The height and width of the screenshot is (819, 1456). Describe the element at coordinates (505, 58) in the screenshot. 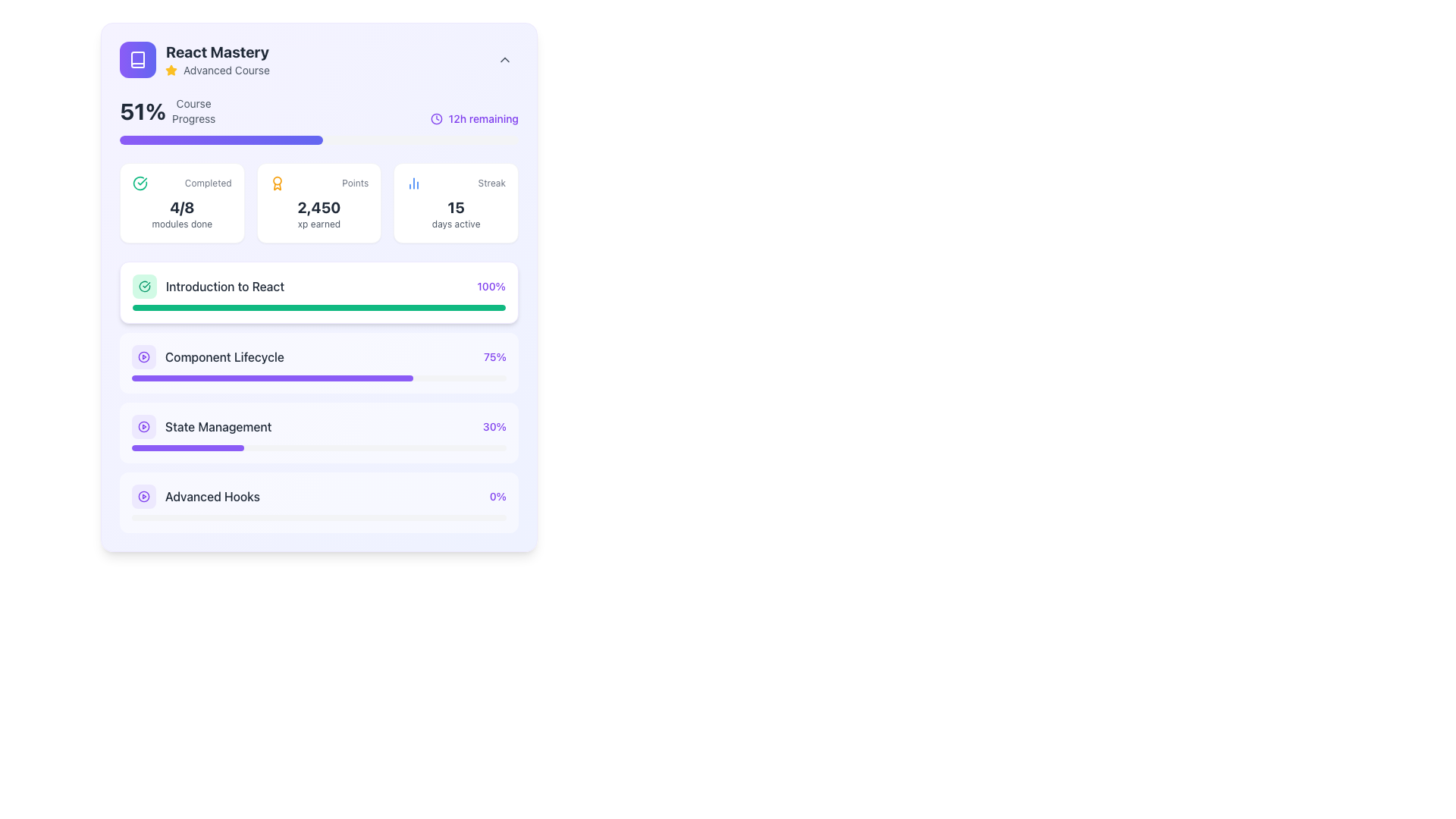

I see `the chevron icon in the top-right corner of the React Mastery course card` at that location.